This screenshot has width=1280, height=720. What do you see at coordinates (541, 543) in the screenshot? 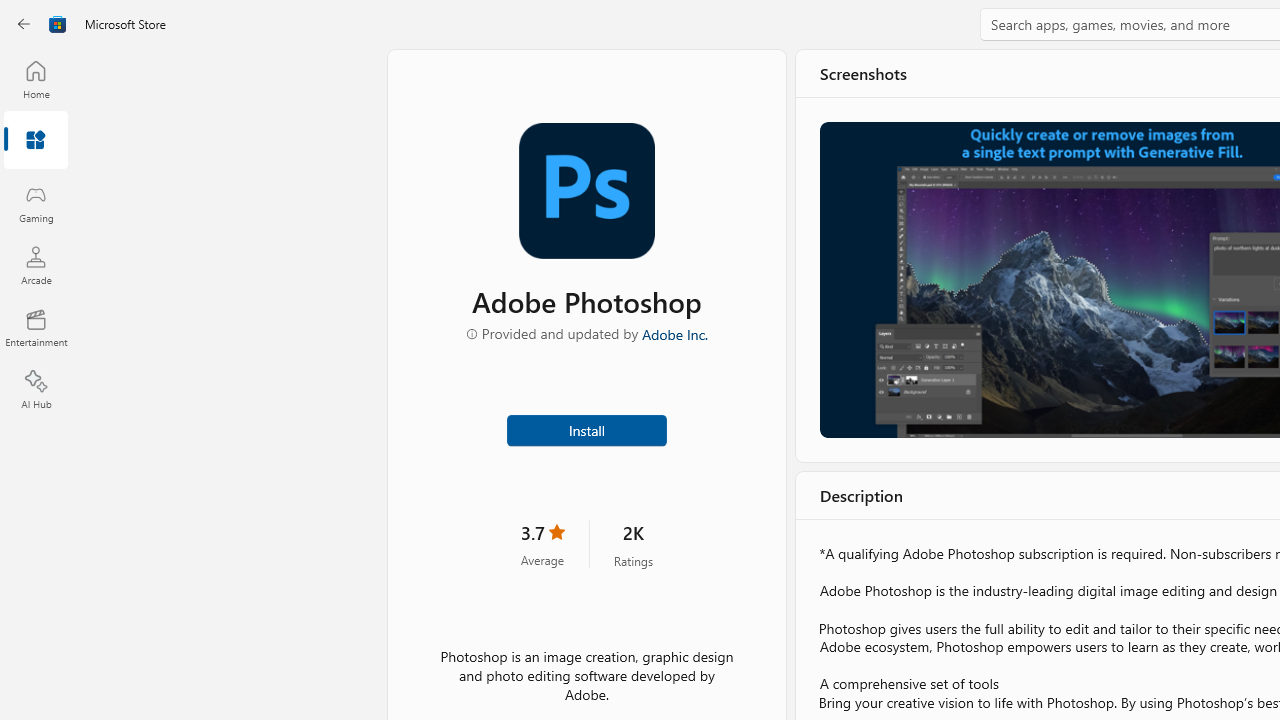
I see `'3.7 stars. Click to skip to ratings and reviews'` at bounding box center [541, 543].